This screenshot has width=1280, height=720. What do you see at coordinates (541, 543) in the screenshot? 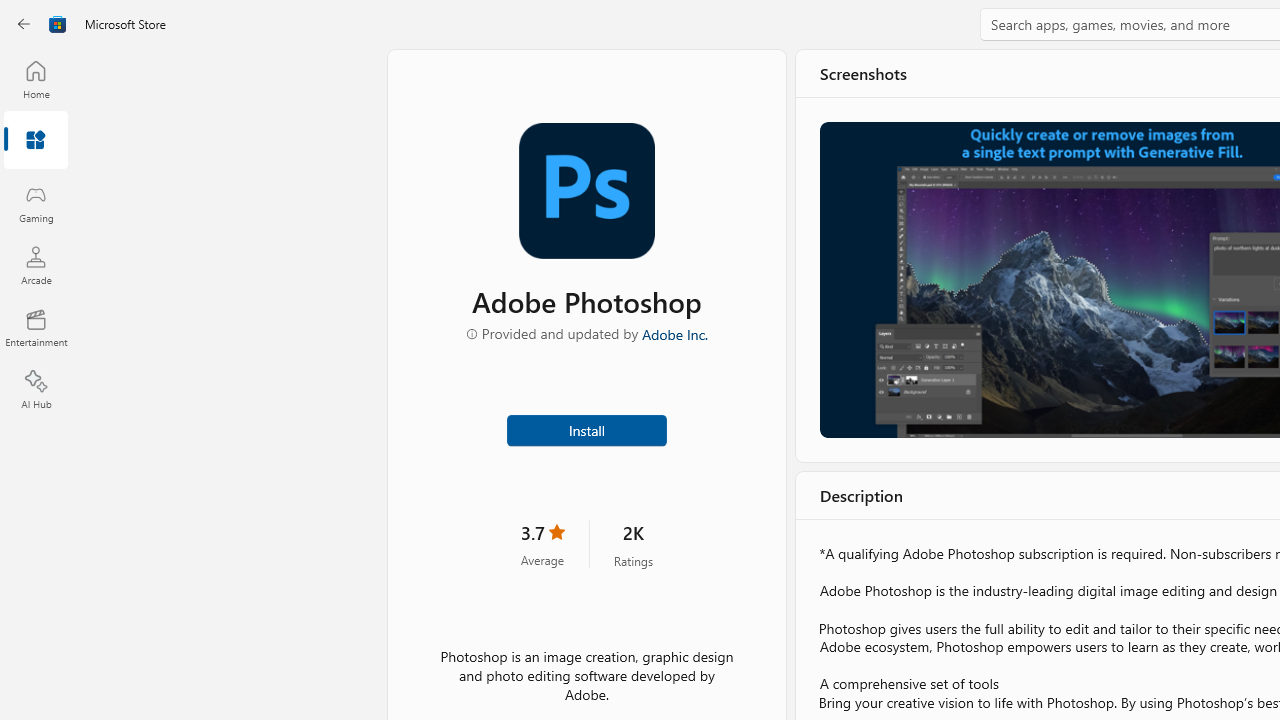
I see `'3.7 stars. Click to skip to ratings and reviews'` at bounding box center [541, 543].